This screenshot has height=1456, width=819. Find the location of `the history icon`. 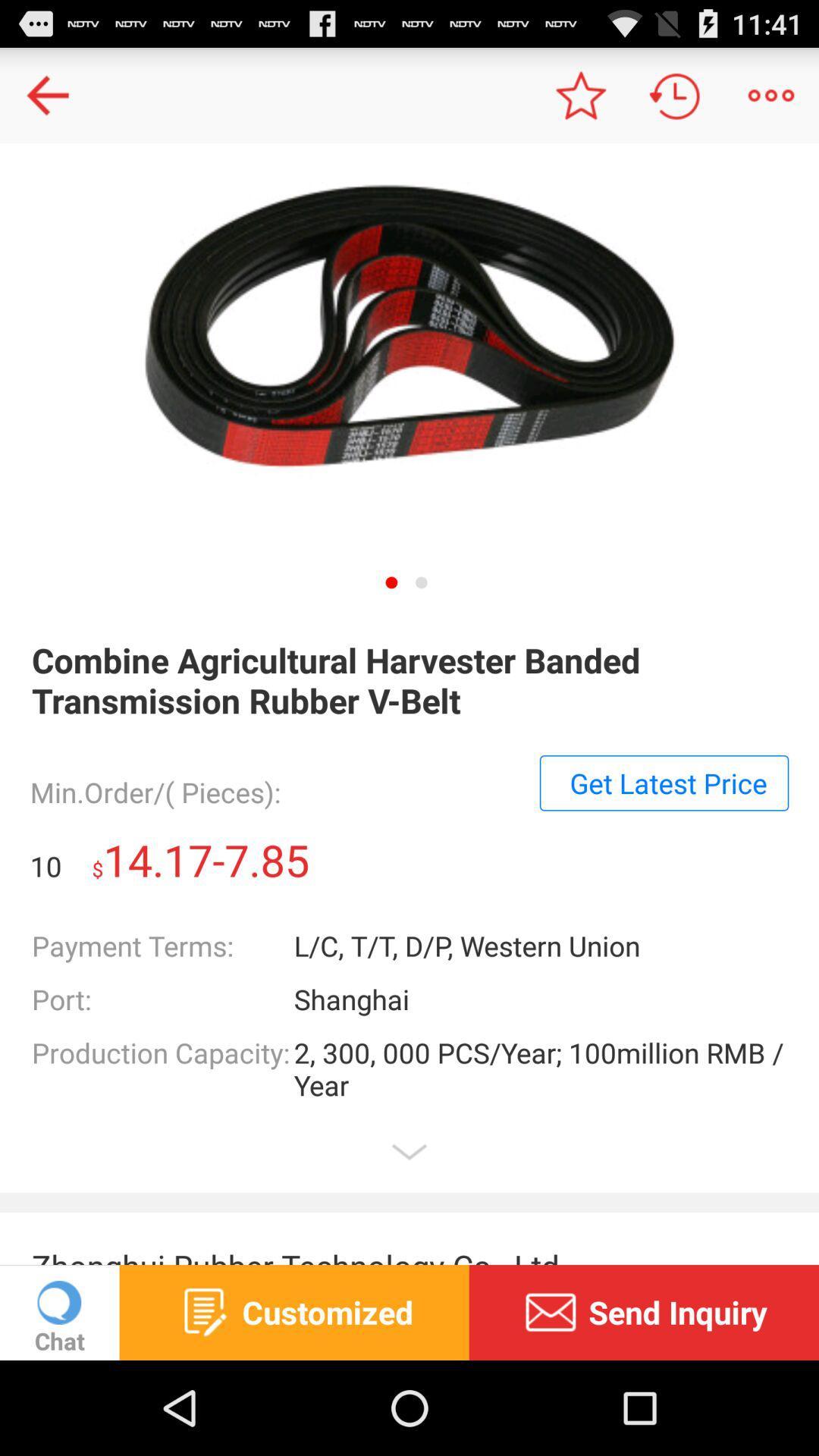

the history icon is located at coordinates (675, 101).